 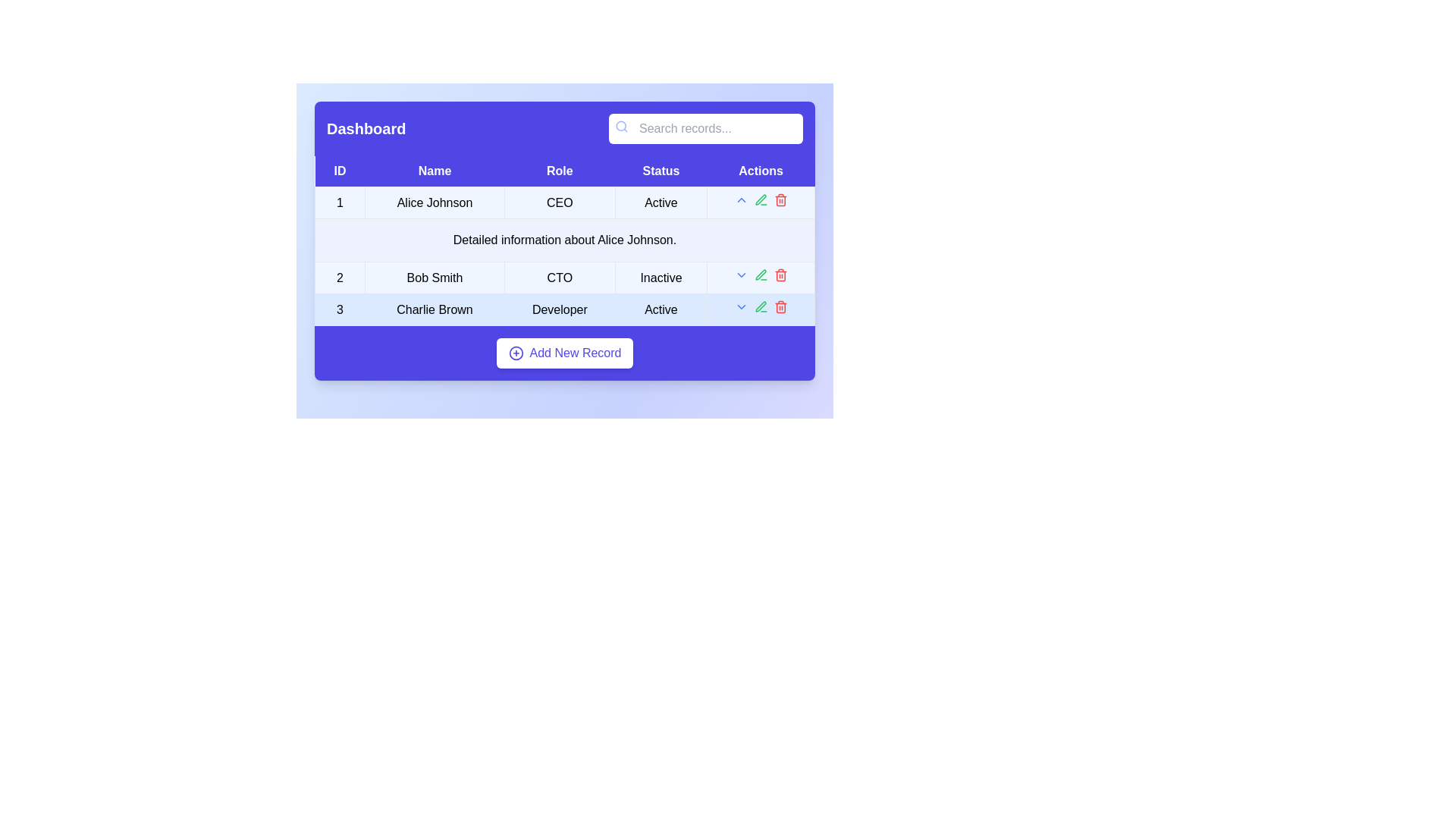 What do you see at coordinates (761, 309) in the screenshot?
I see `the downward arrow icon in the 'Actions' column of the third row for the 'Charlie Brown' record` at bounding box center [761, 309].